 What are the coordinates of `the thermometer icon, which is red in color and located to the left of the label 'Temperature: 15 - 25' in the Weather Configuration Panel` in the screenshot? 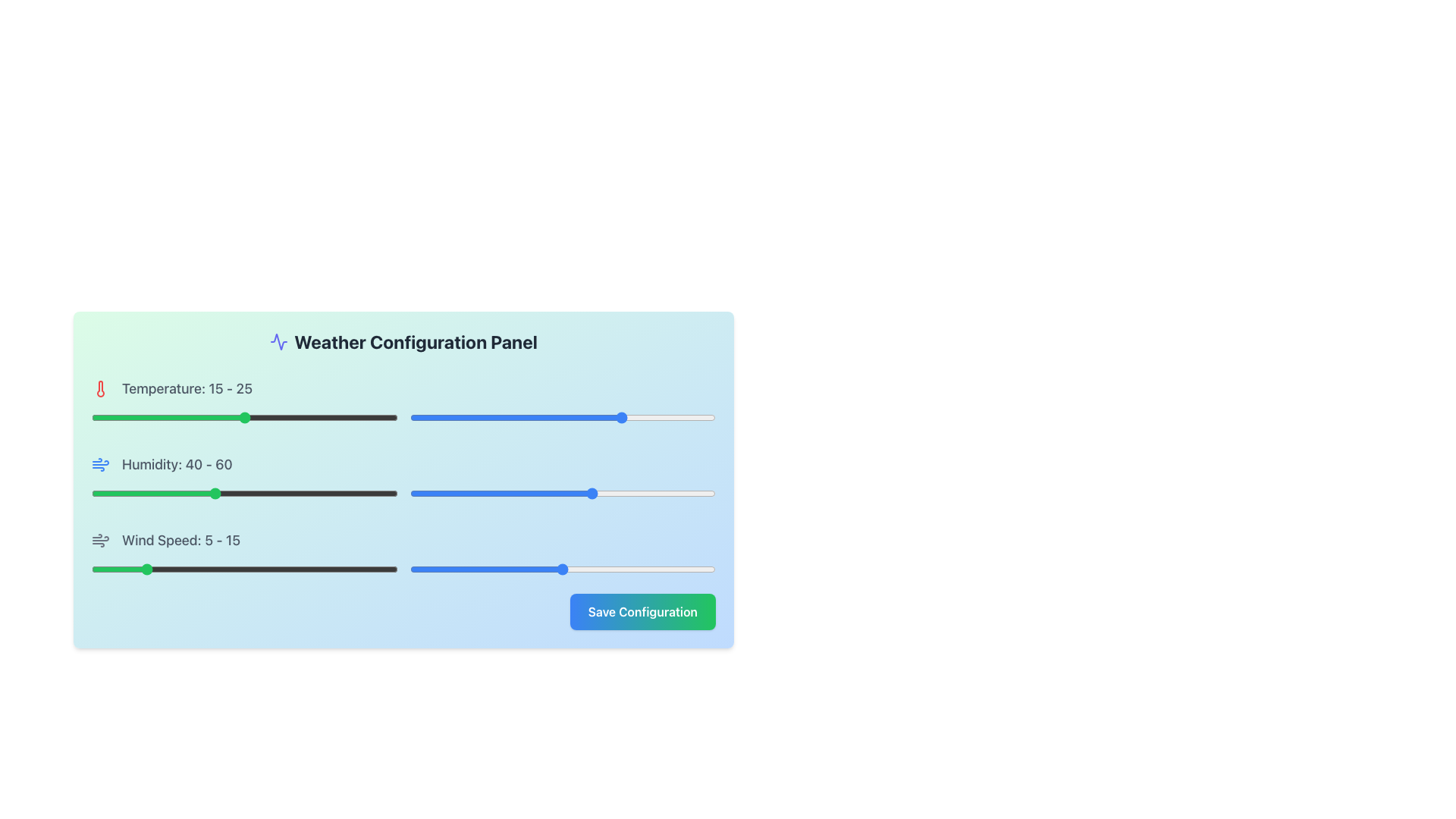 It's located at (100, 388).